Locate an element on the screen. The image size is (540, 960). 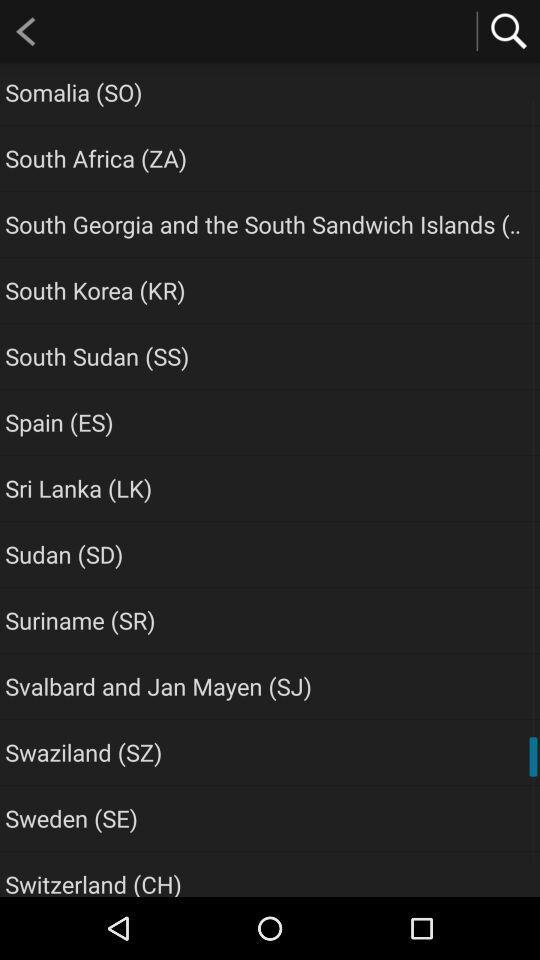
icon above the swaziland (sz) icon is located at coordinates (157, 686).